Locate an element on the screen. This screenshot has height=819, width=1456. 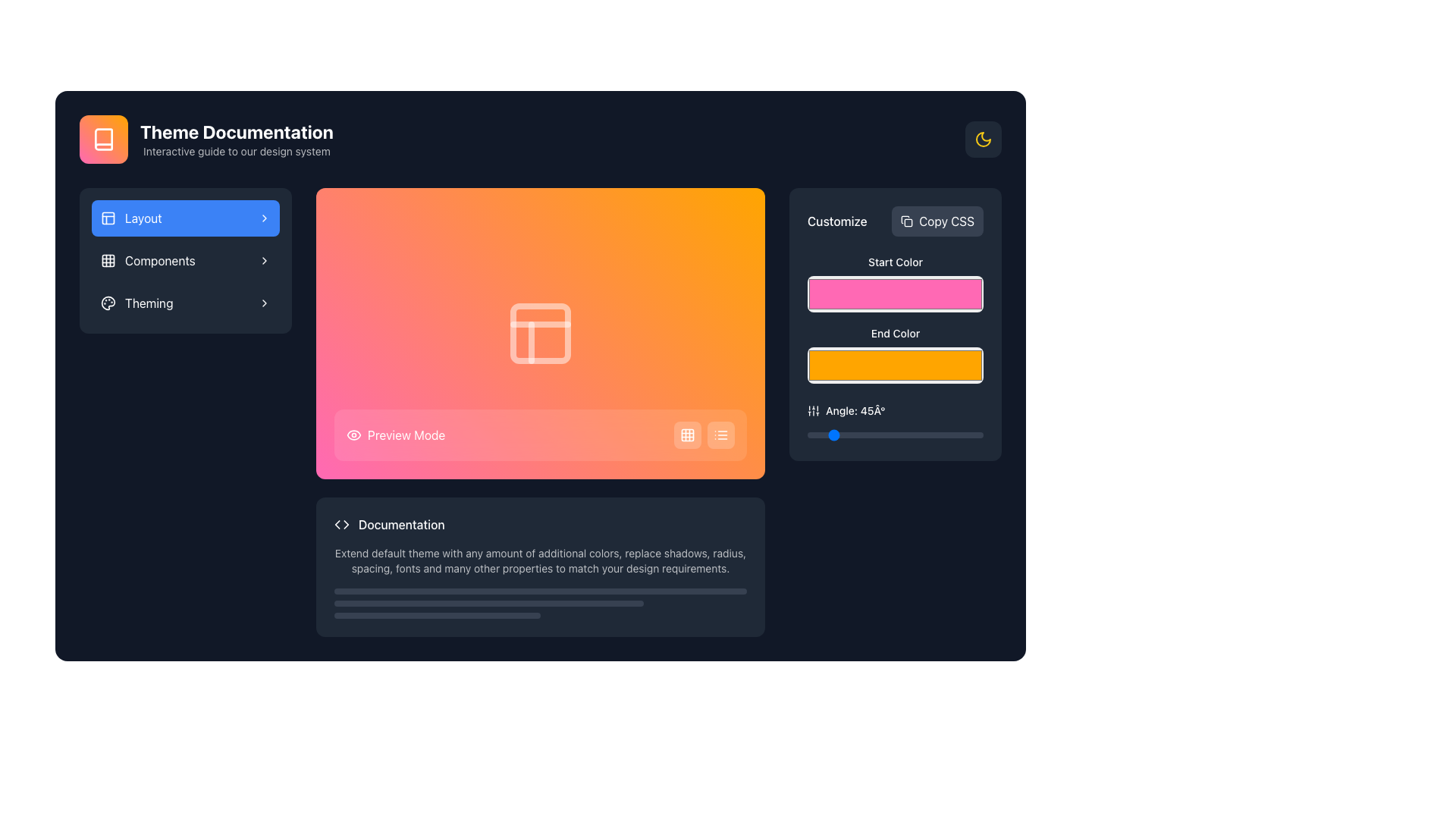
the text label that describes the color picker component located in the 'Customize' section on the right side of the interface is located at coordinates (895, 332).